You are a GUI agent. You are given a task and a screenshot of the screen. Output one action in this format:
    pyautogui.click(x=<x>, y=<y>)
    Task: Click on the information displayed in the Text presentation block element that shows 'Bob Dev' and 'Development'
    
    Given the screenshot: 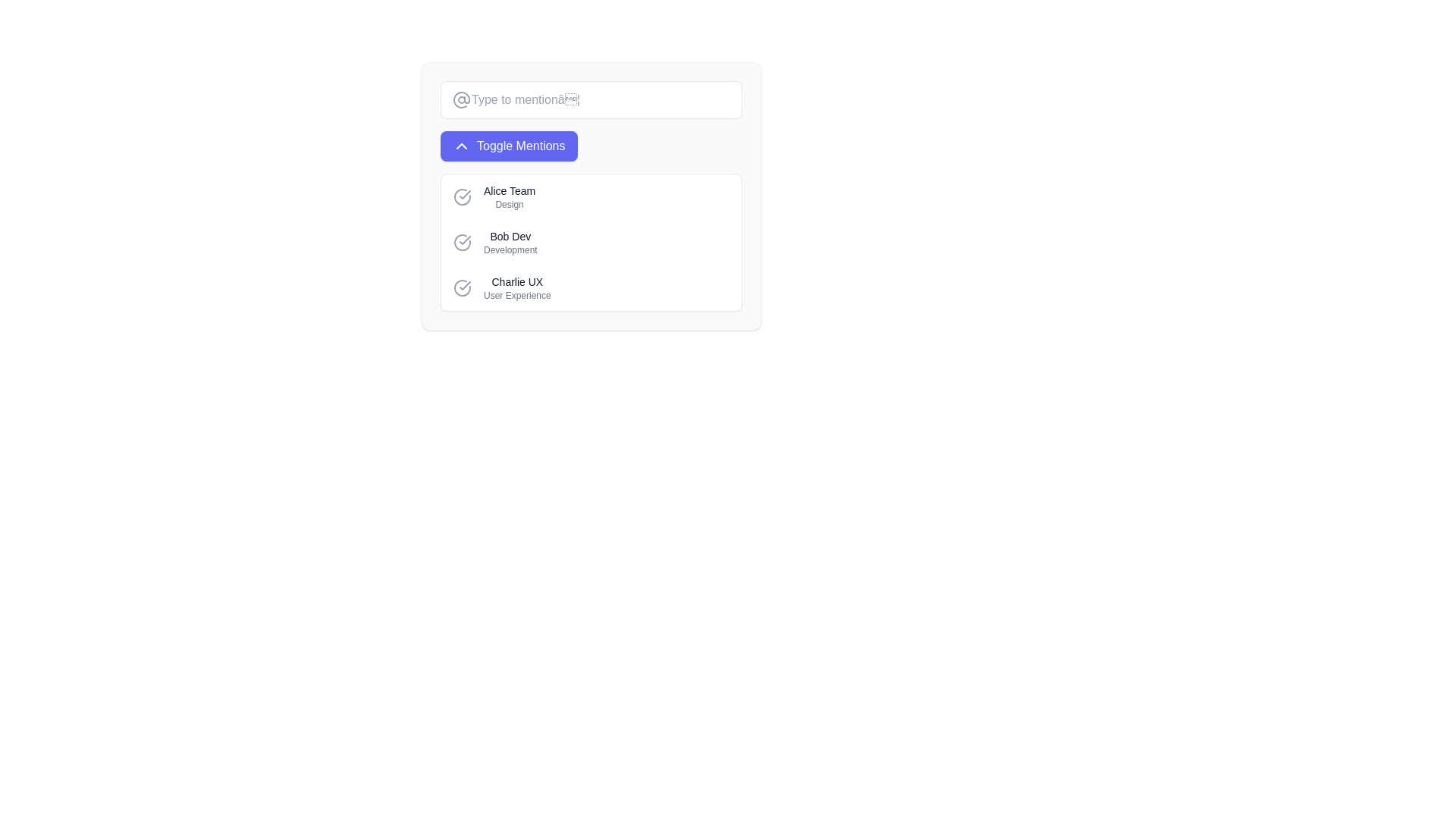 What is the action you would take?
    pyautogui.click(x=510, y=242)
    